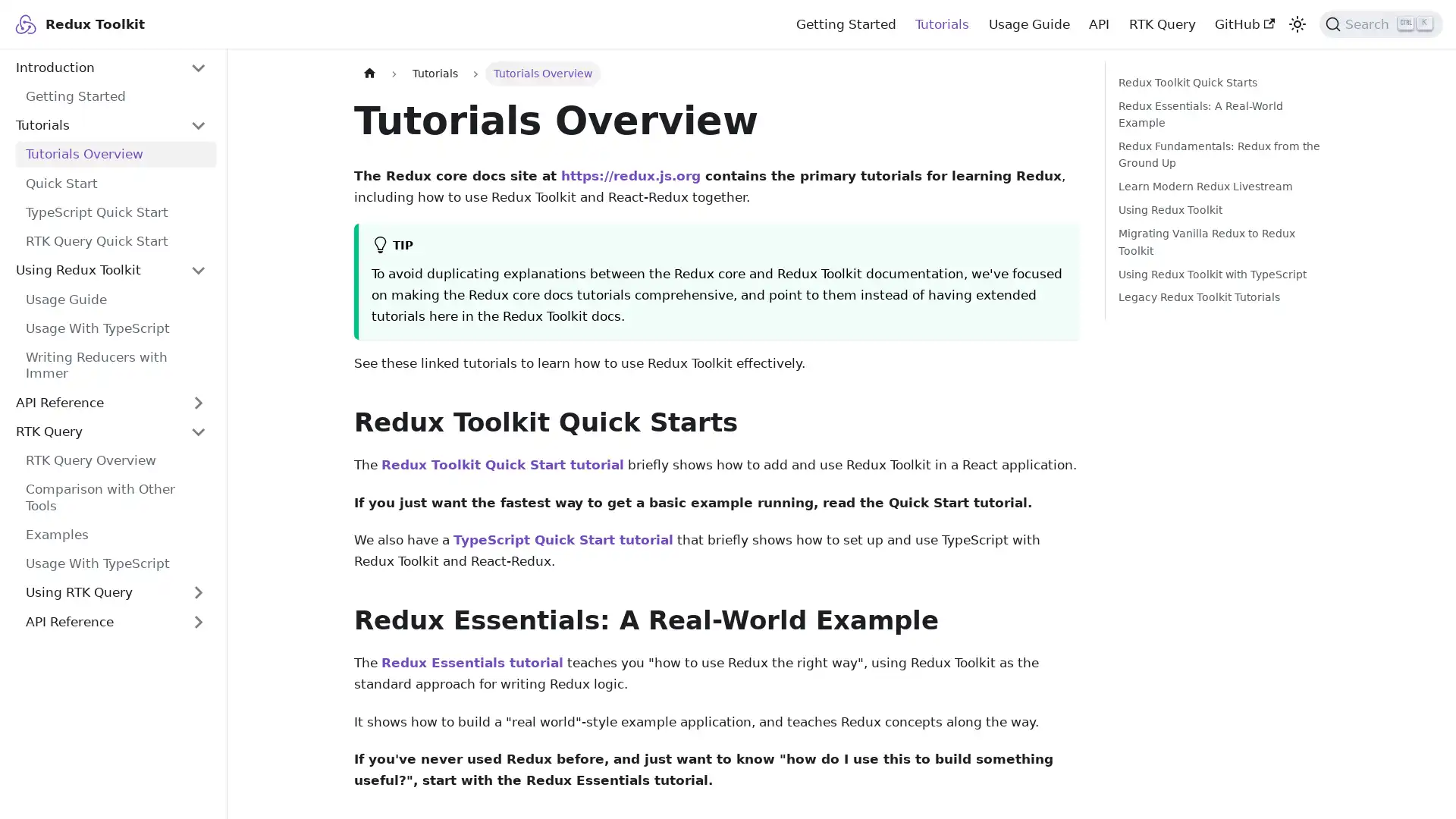 The width and height of the screenshot is (1456, 819). I want to click on Switch between dark and light mode (currently light mode), so click(1295, 23).